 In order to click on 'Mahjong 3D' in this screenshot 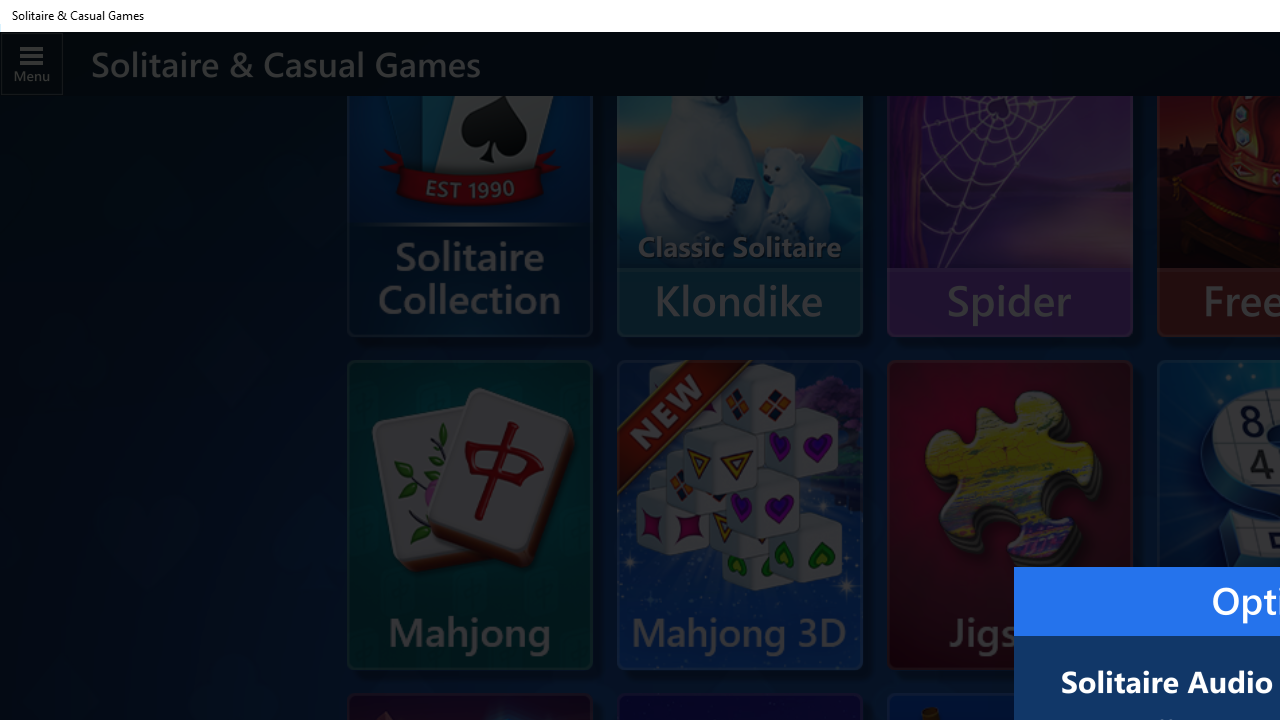, I will do `click(738, 514)`.